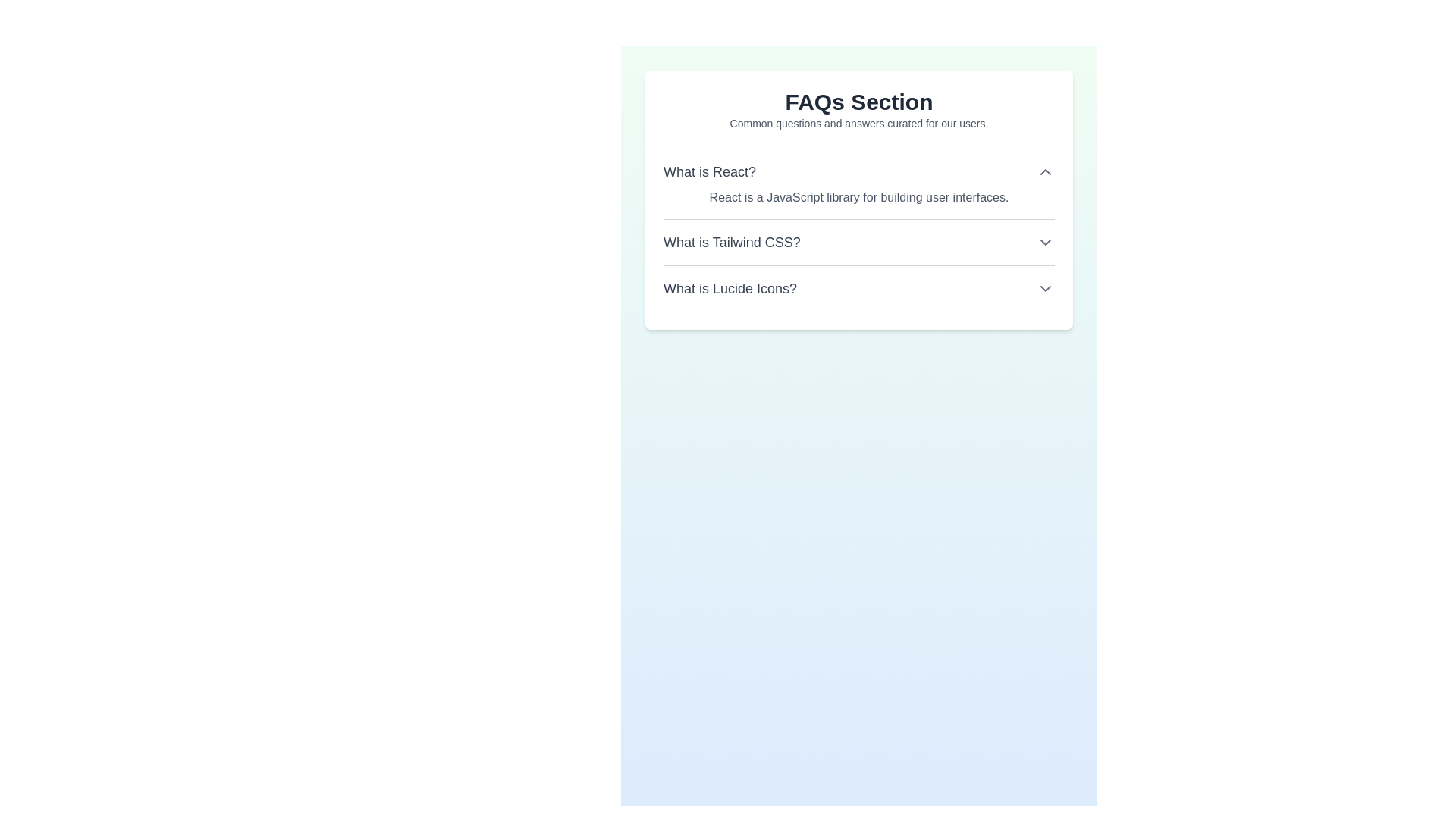 The width and height of the screenshot is (1456, 819). What do you see at coordinates (1044, 171) in the screenshot?
I see `the chevron icon used for expanding or collapsing the details of the 'What is React?' question in the FAQs Section, positioned towards the right side of the question` at bounding box center [1044, 171].